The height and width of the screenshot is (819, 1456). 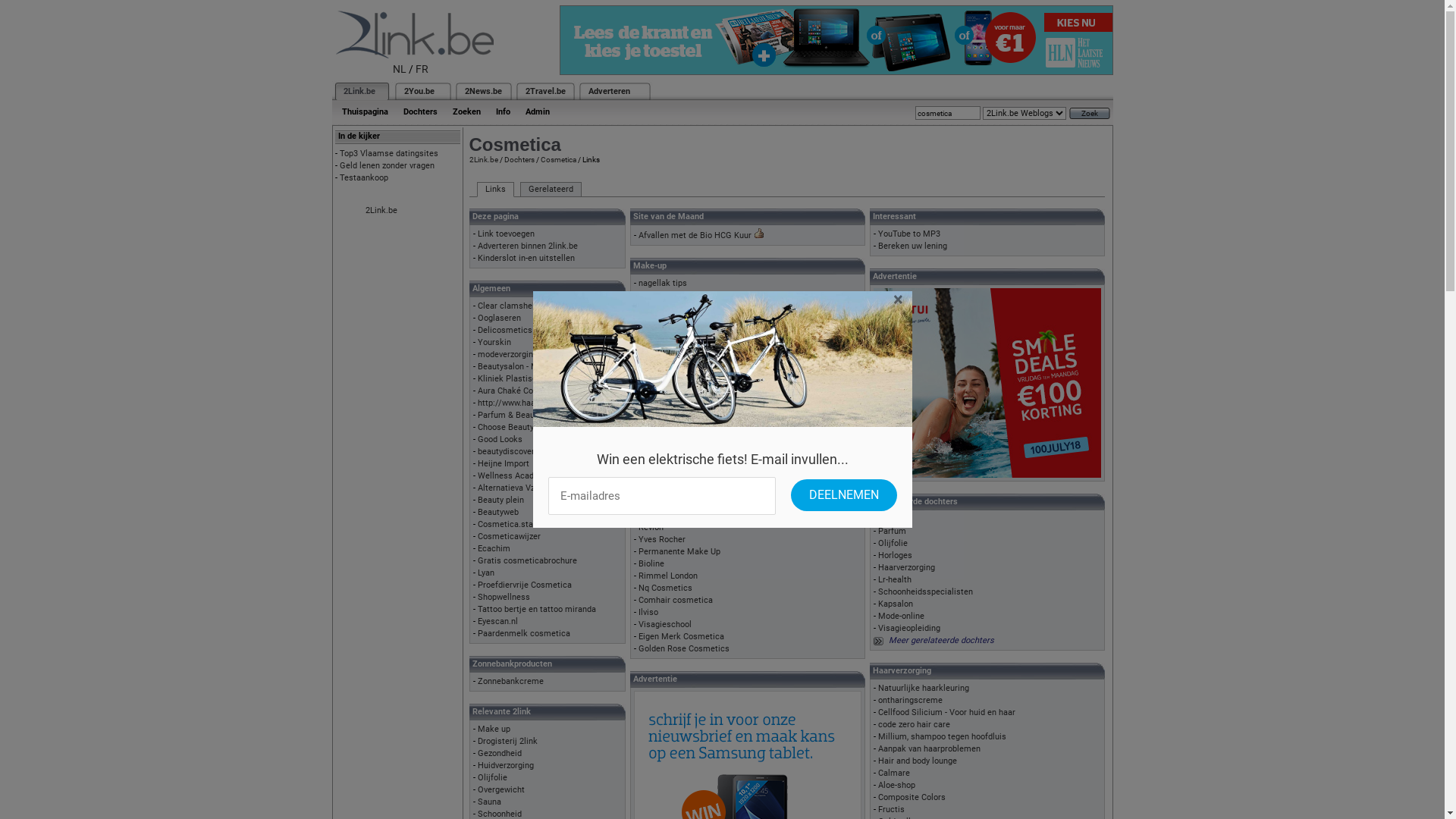 I want to click on 'Huidverzorging', so click(x=506, y=765).